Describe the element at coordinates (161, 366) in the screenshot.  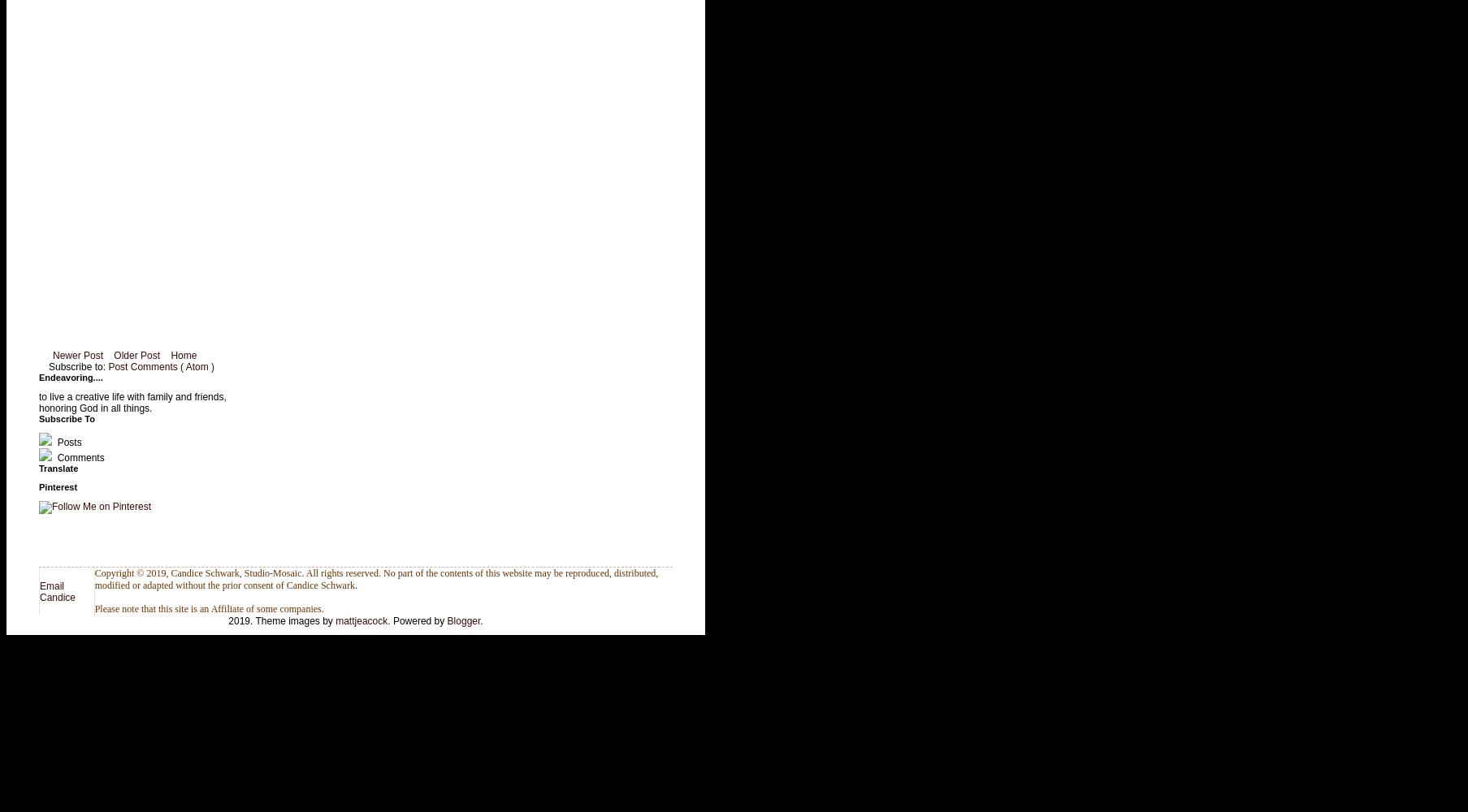
I see `'Post Comments
                                      (
                                      Atom
                                      )'` at that location.